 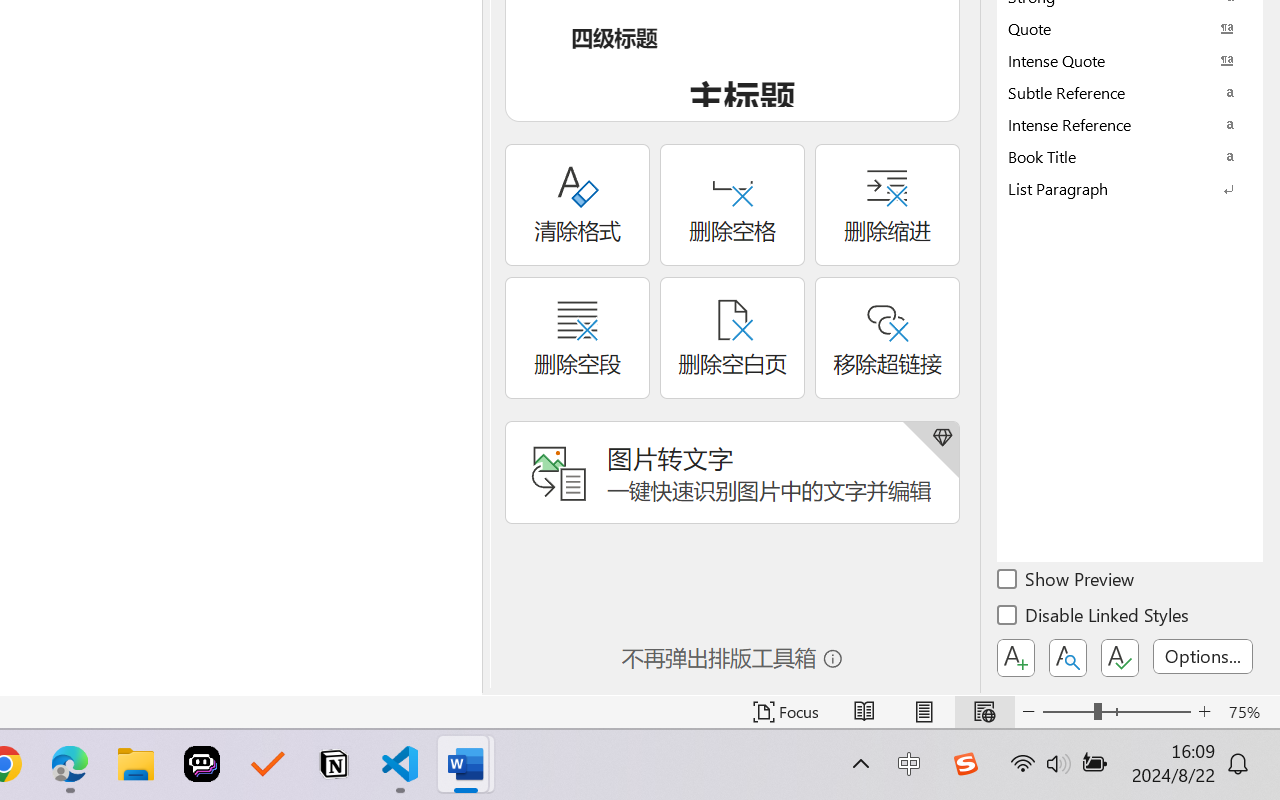 What do you see at coordinates (1094, 618) in the screenshot?
I see `'Disable Linked Styles'` at bounding box center [1094, 618].